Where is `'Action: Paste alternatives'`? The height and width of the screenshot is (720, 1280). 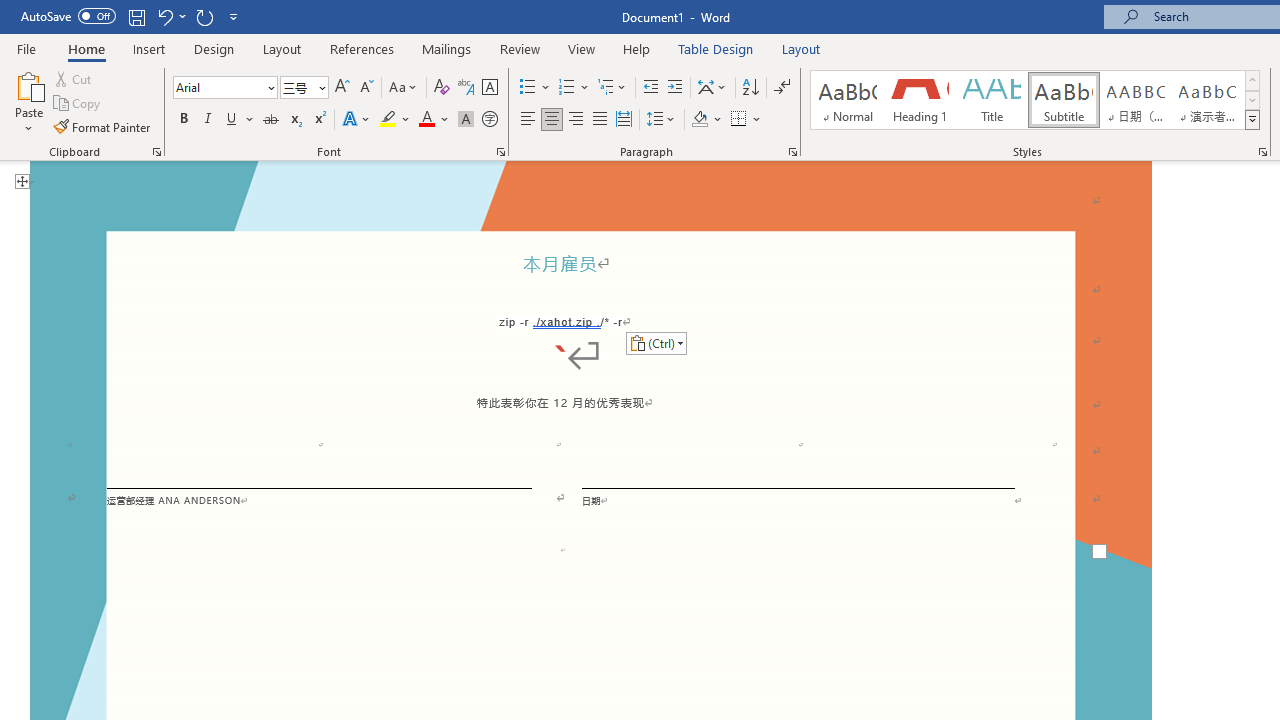
'Action: Paste alternatives' is located at coordinates (656, 342).